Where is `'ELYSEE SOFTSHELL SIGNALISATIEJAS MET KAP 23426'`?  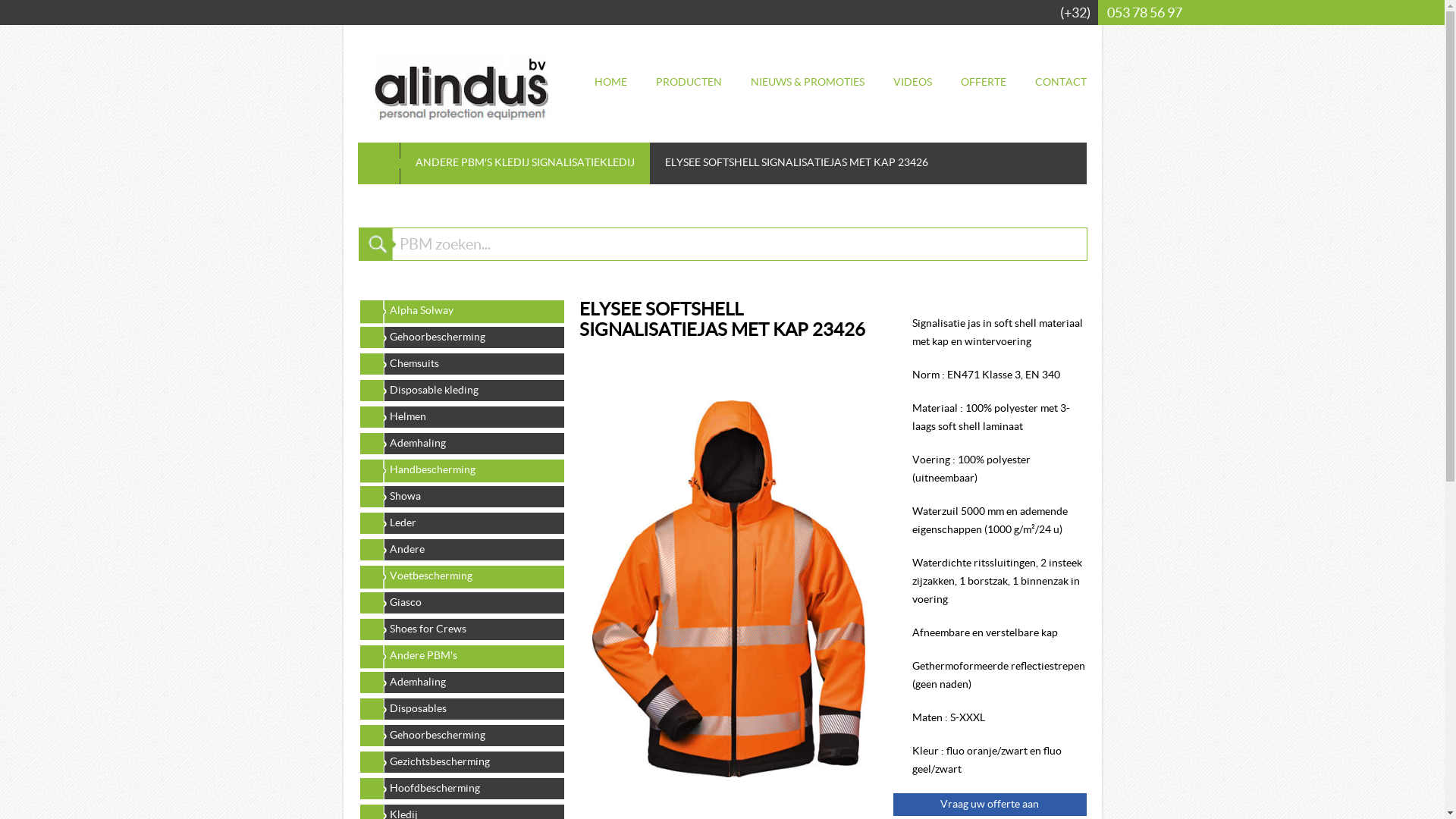
'ELYSEE SOFTSHELL SIGNALISATIEJAS MET KAP 23426' is located at coordinates (590, 588).